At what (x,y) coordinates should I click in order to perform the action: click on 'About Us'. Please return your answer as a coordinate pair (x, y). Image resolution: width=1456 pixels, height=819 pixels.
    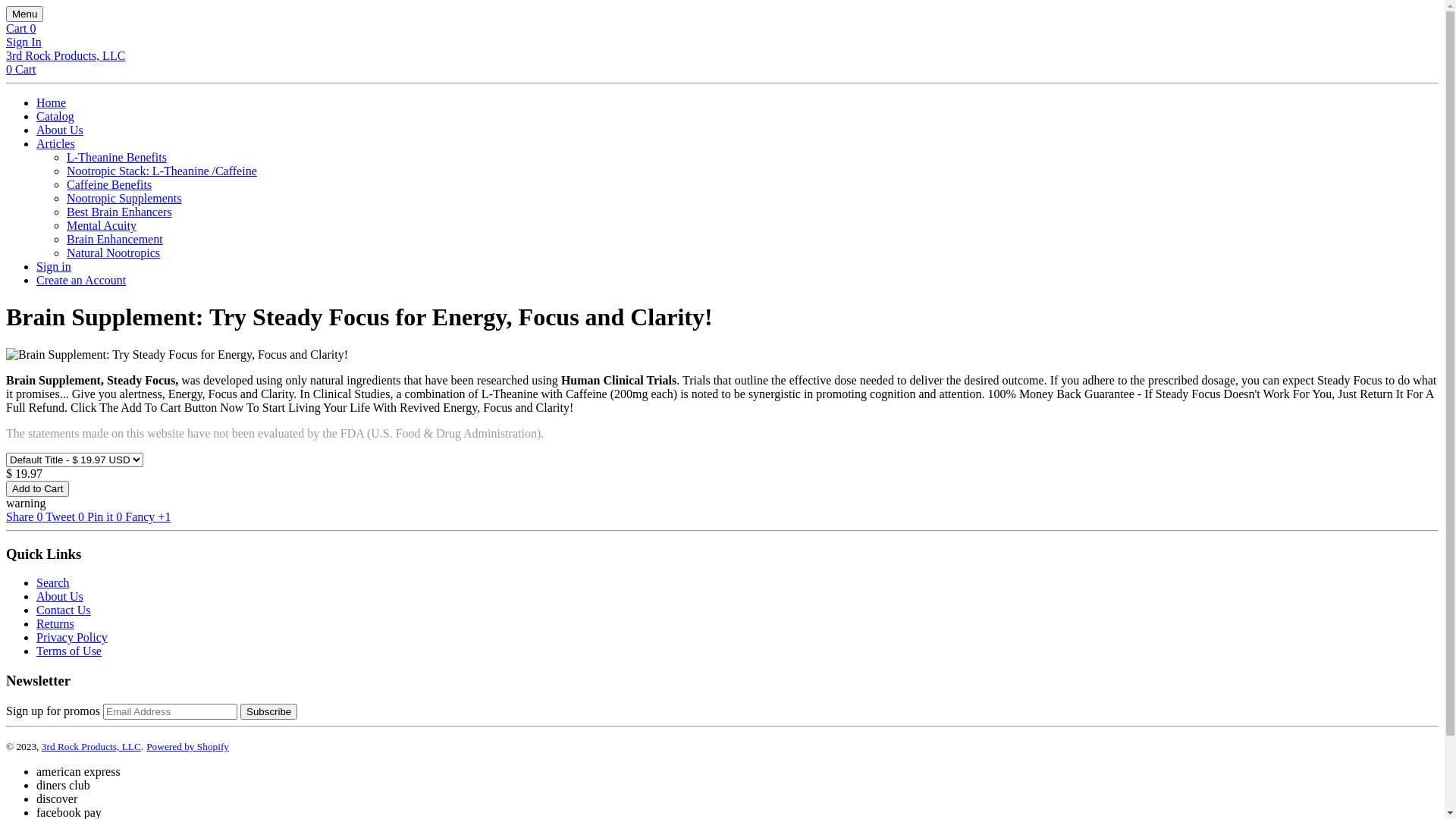
    Looking at the image, I should click on (59, 595).